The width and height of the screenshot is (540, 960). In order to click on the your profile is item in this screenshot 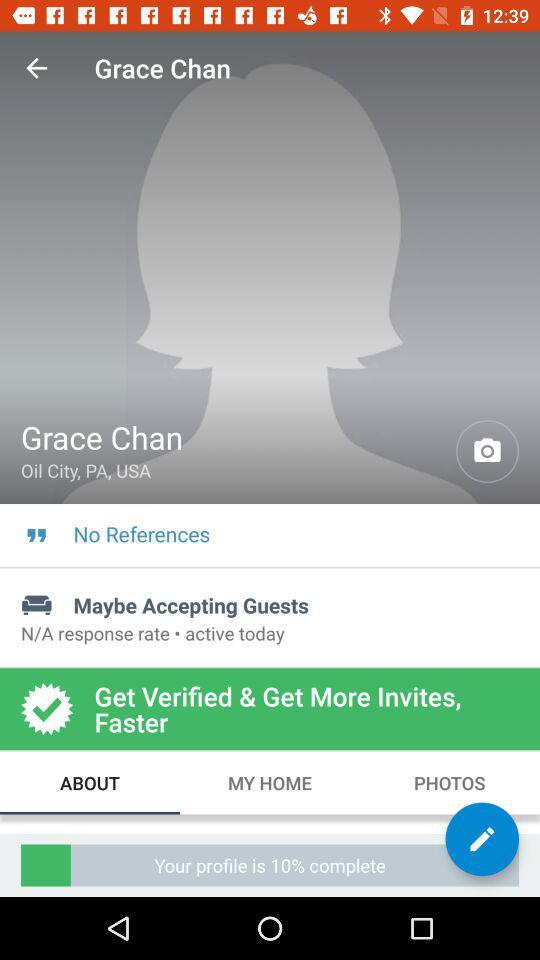, I will do `click(270, 864)`.